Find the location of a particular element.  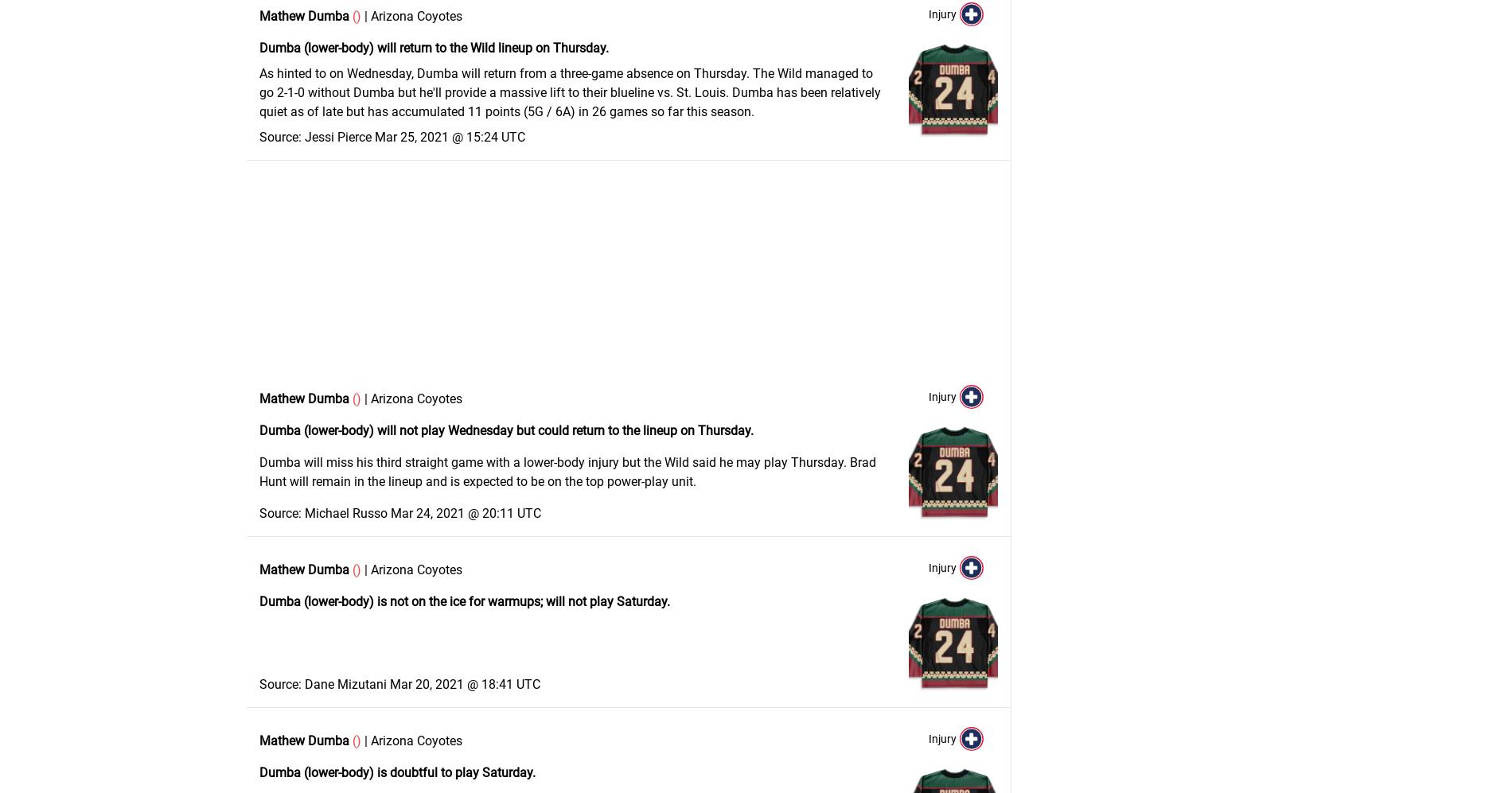

'Mar 24, 2021 @ 20:11 UTC' is located at coordinates (466, 513).